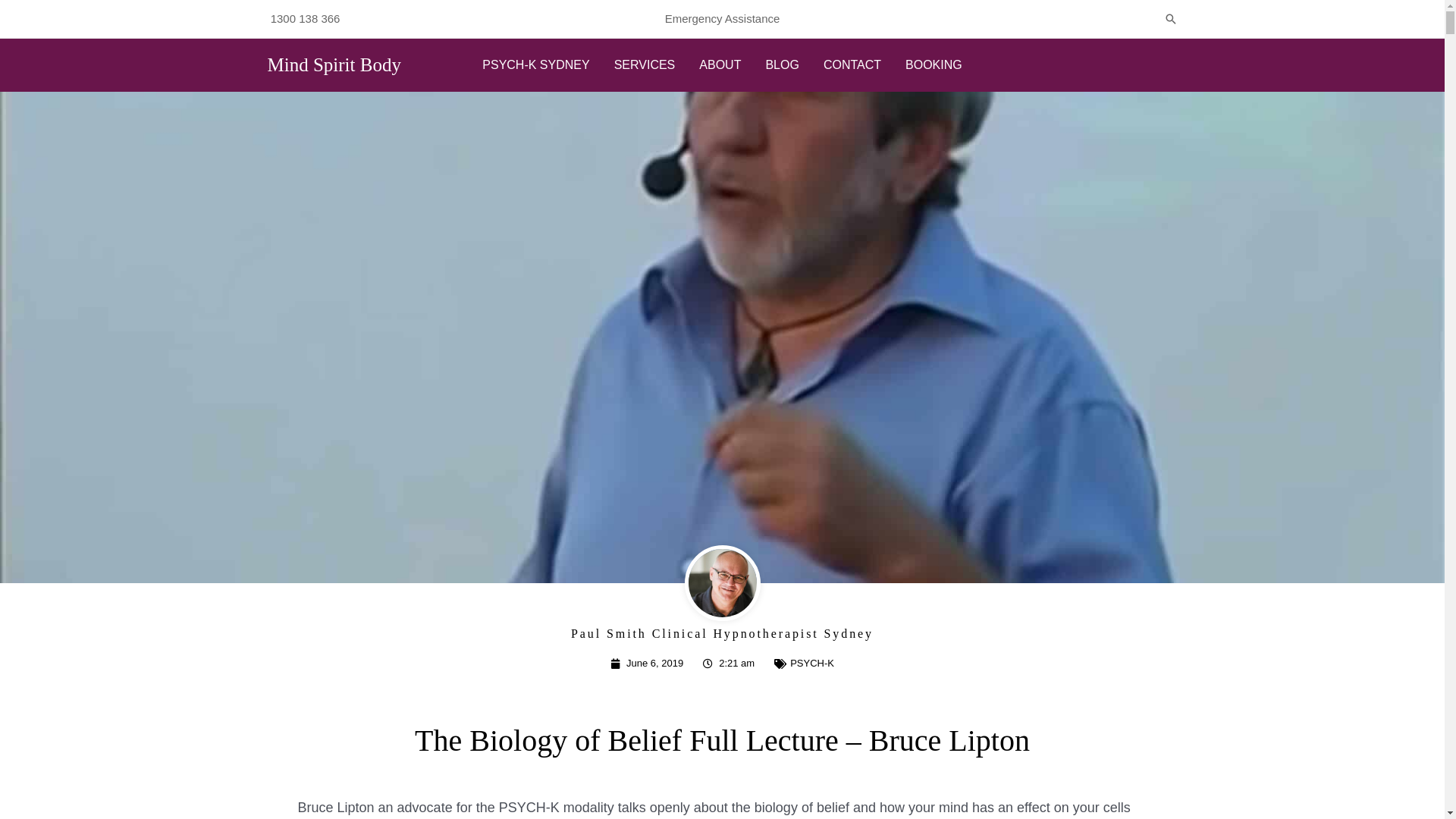 This screenshot has height=819, width=1456. What do you see at coordinates (782, 64) in the screenshot?
I see `'BLOG'` at bounding box center [782, 64].